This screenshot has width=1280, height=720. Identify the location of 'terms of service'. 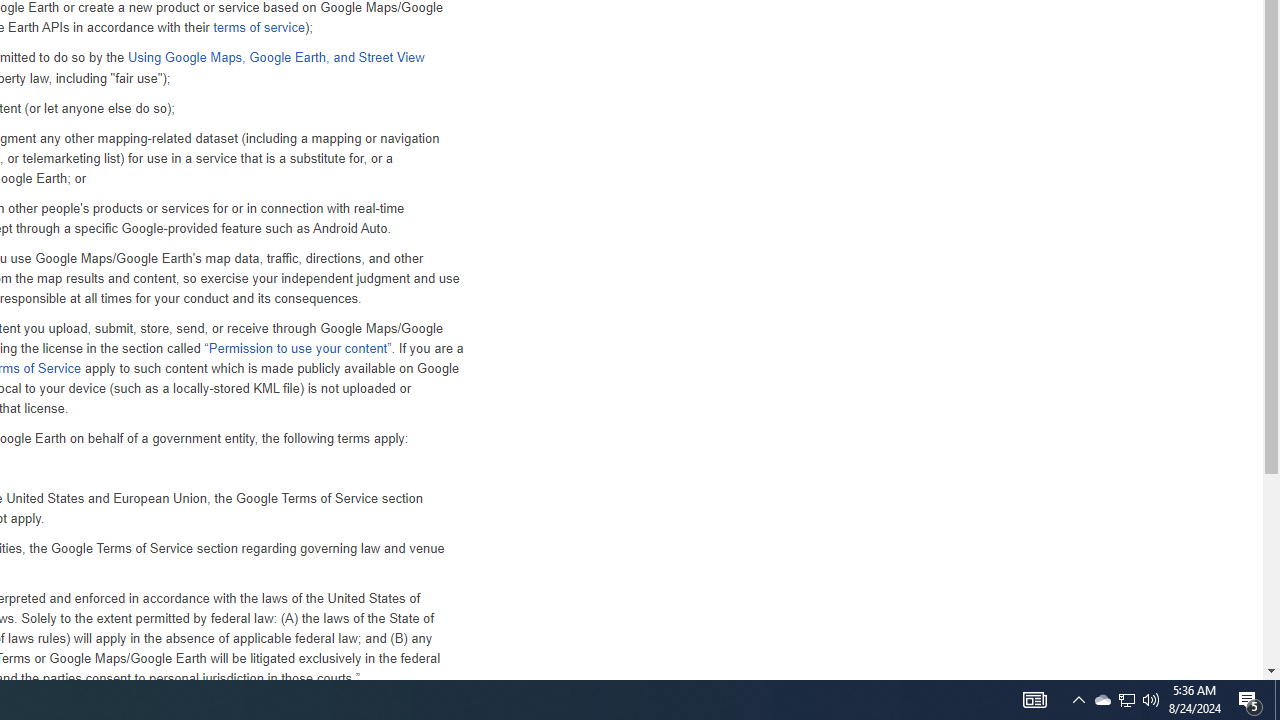
(257, 28).